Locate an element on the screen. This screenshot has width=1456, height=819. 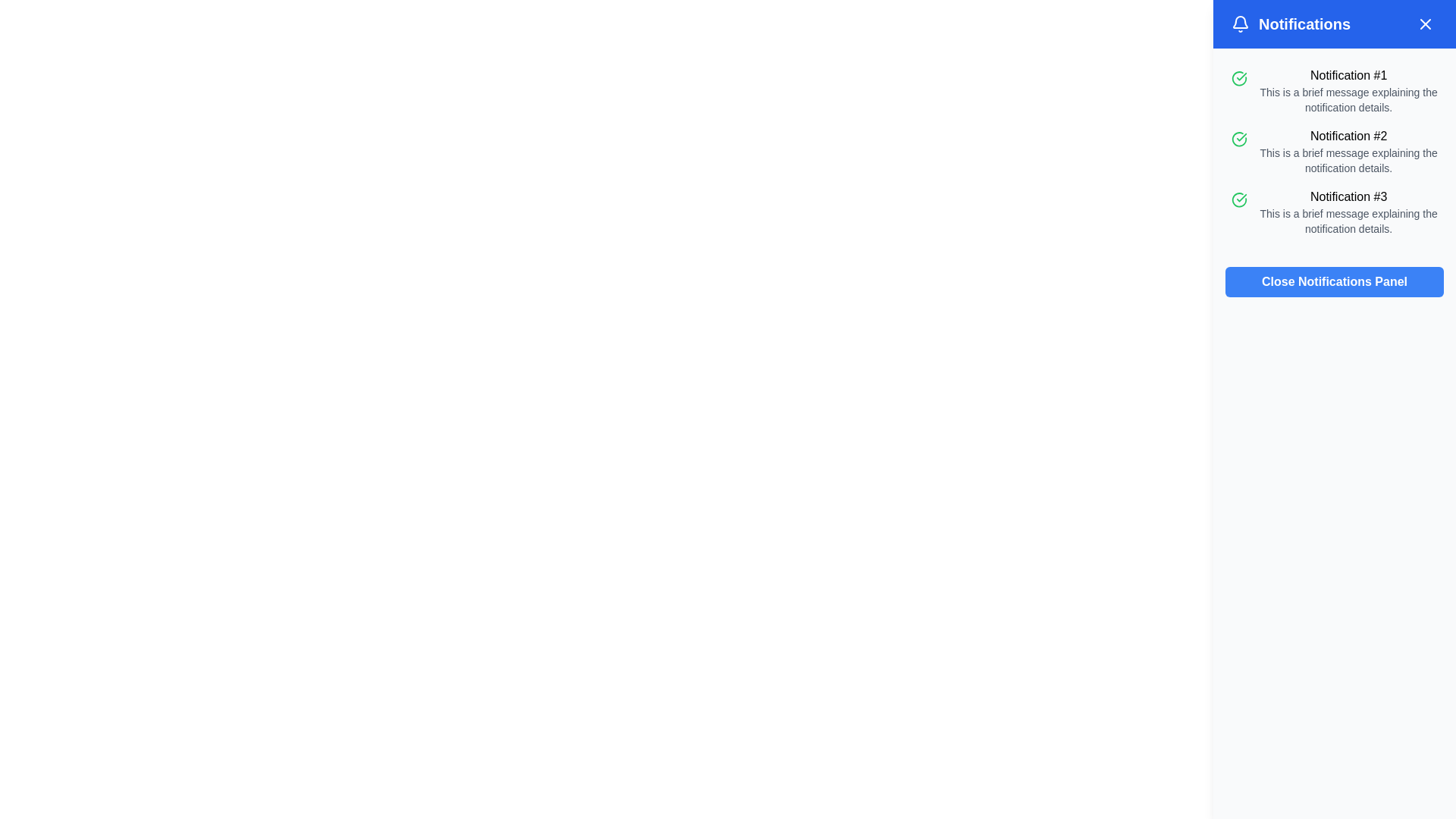
the closing button shaped like an 'X' on the blue header bar labeled 'Notifications' is located at coordinates (1425, 24).